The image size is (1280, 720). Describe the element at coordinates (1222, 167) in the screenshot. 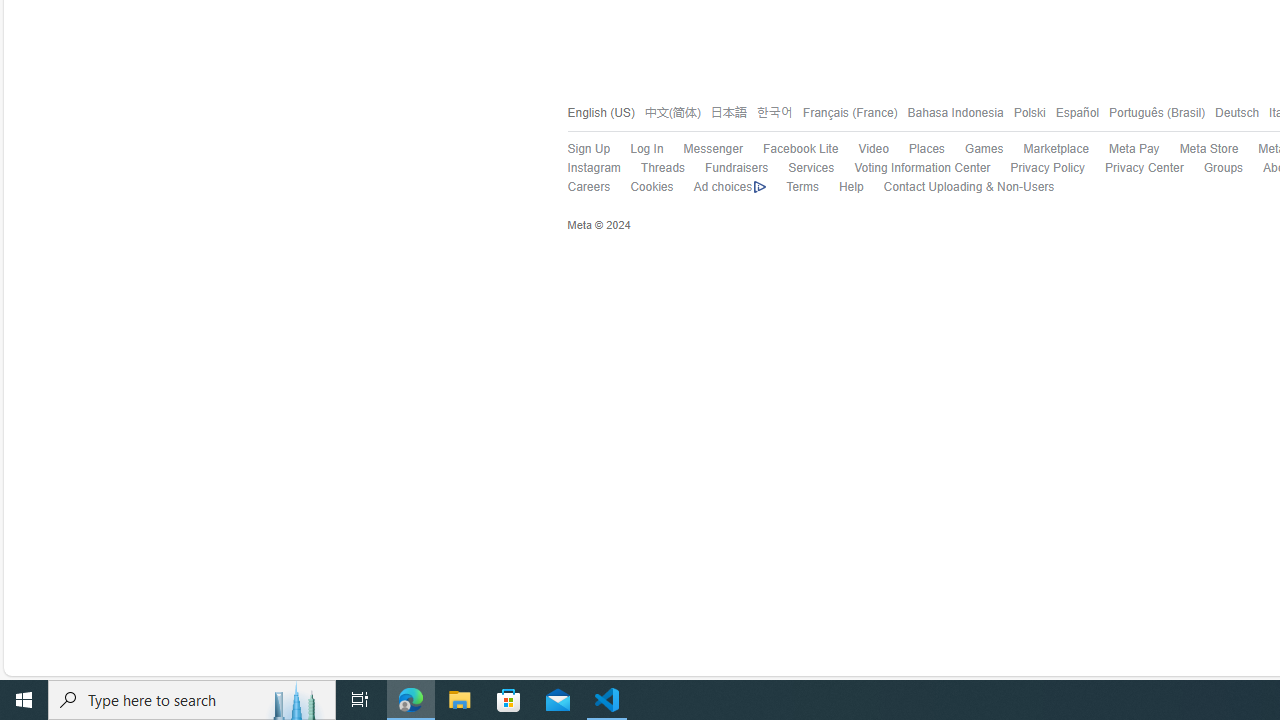

I see `'Groups'` at that location.